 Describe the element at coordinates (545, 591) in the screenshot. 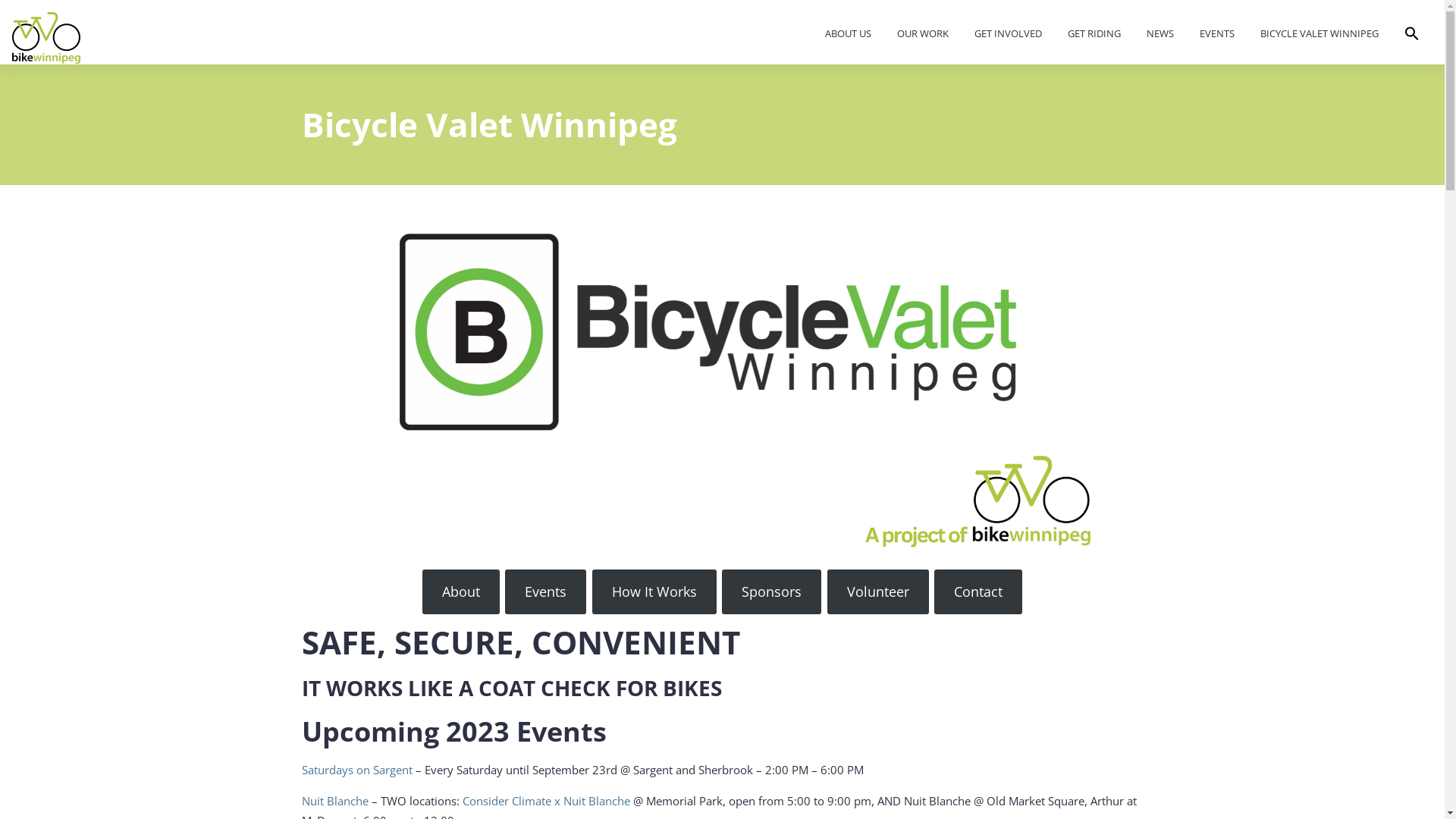

I see `'Events'` at that location.